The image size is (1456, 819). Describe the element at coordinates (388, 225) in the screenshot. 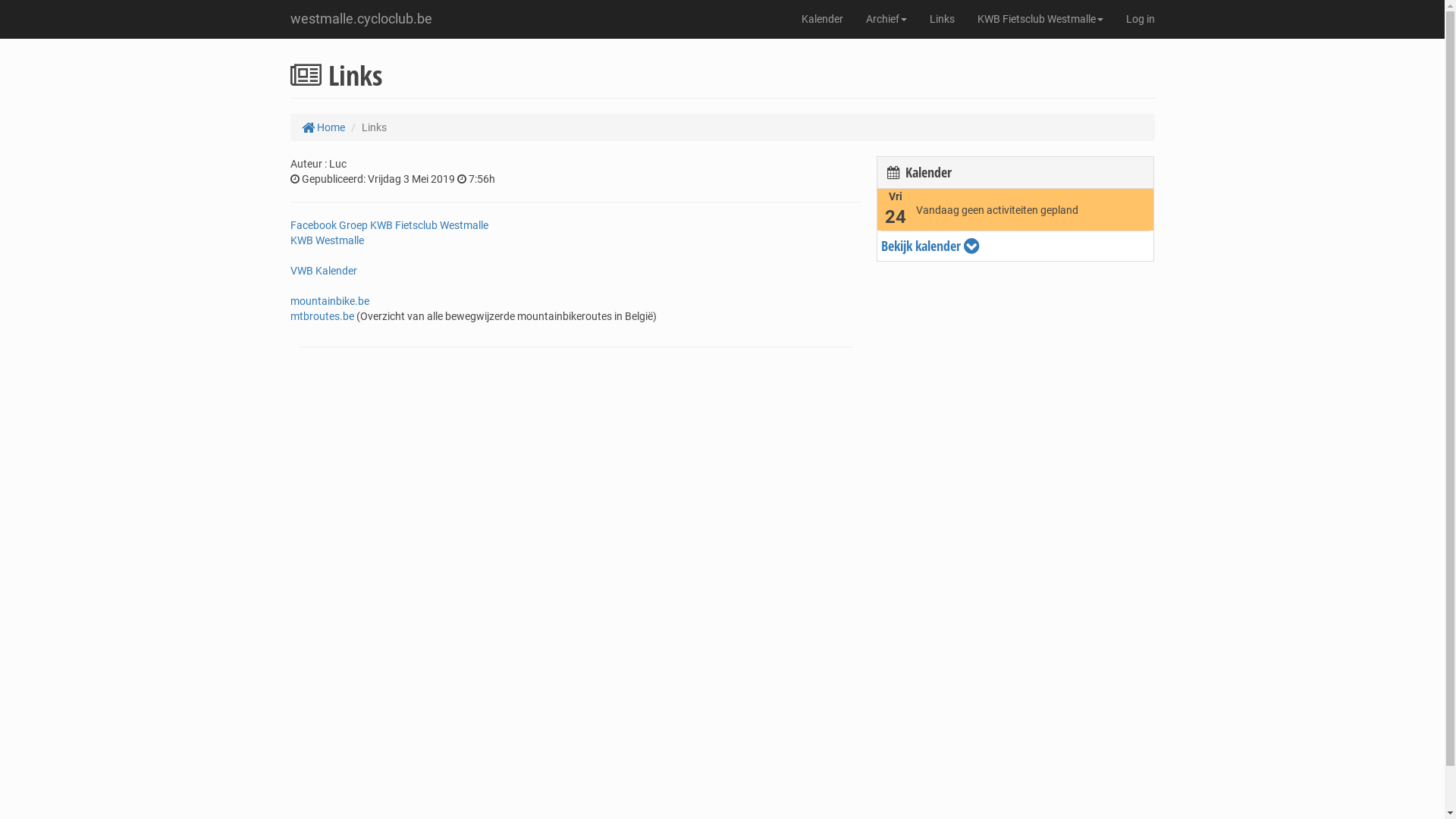

I see `'Facebook Groep KWB Fietsclub Westmalle'` at that location.